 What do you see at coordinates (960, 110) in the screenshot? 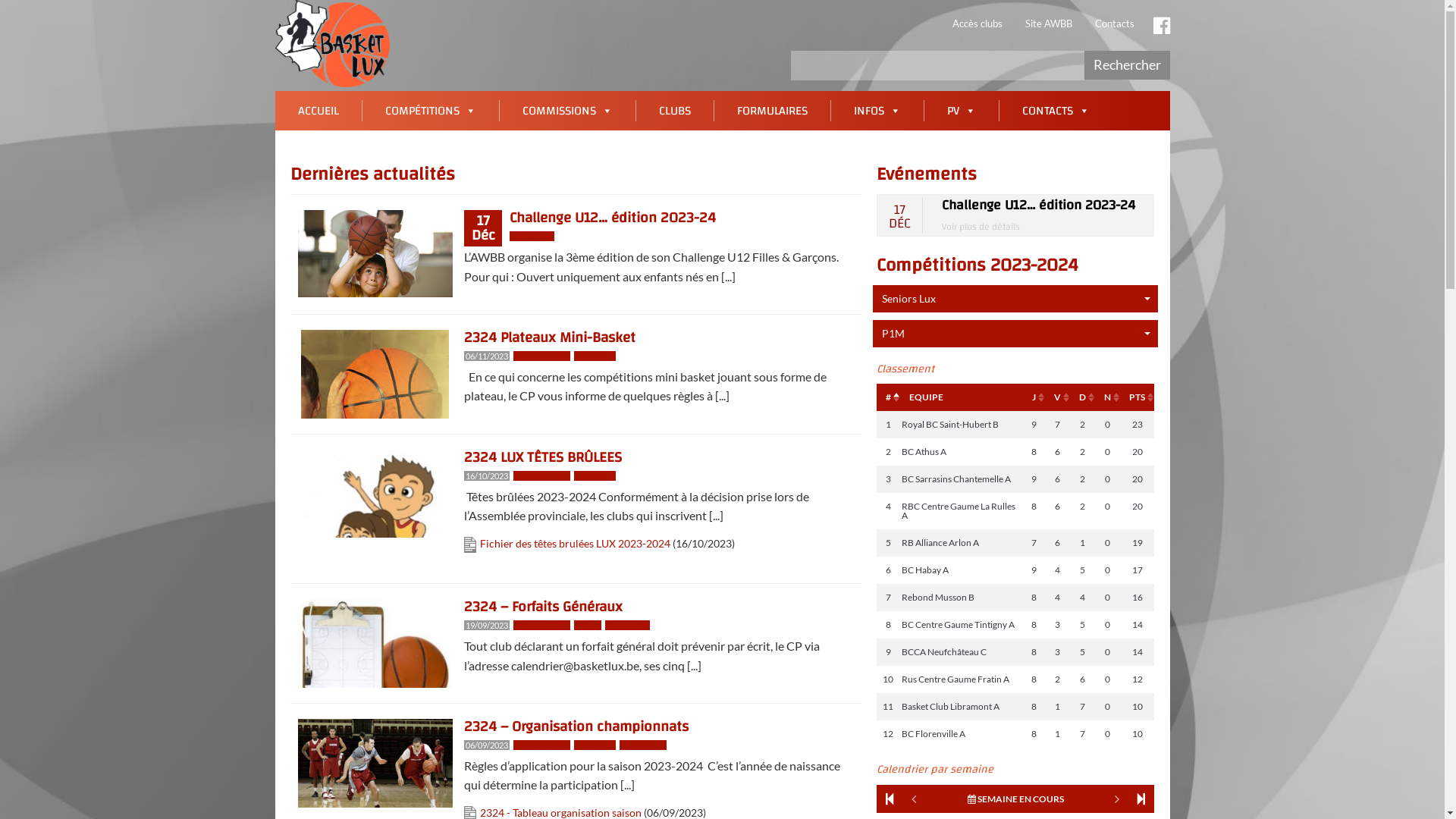
I see `'PV'` at bounding box center [960, 110].